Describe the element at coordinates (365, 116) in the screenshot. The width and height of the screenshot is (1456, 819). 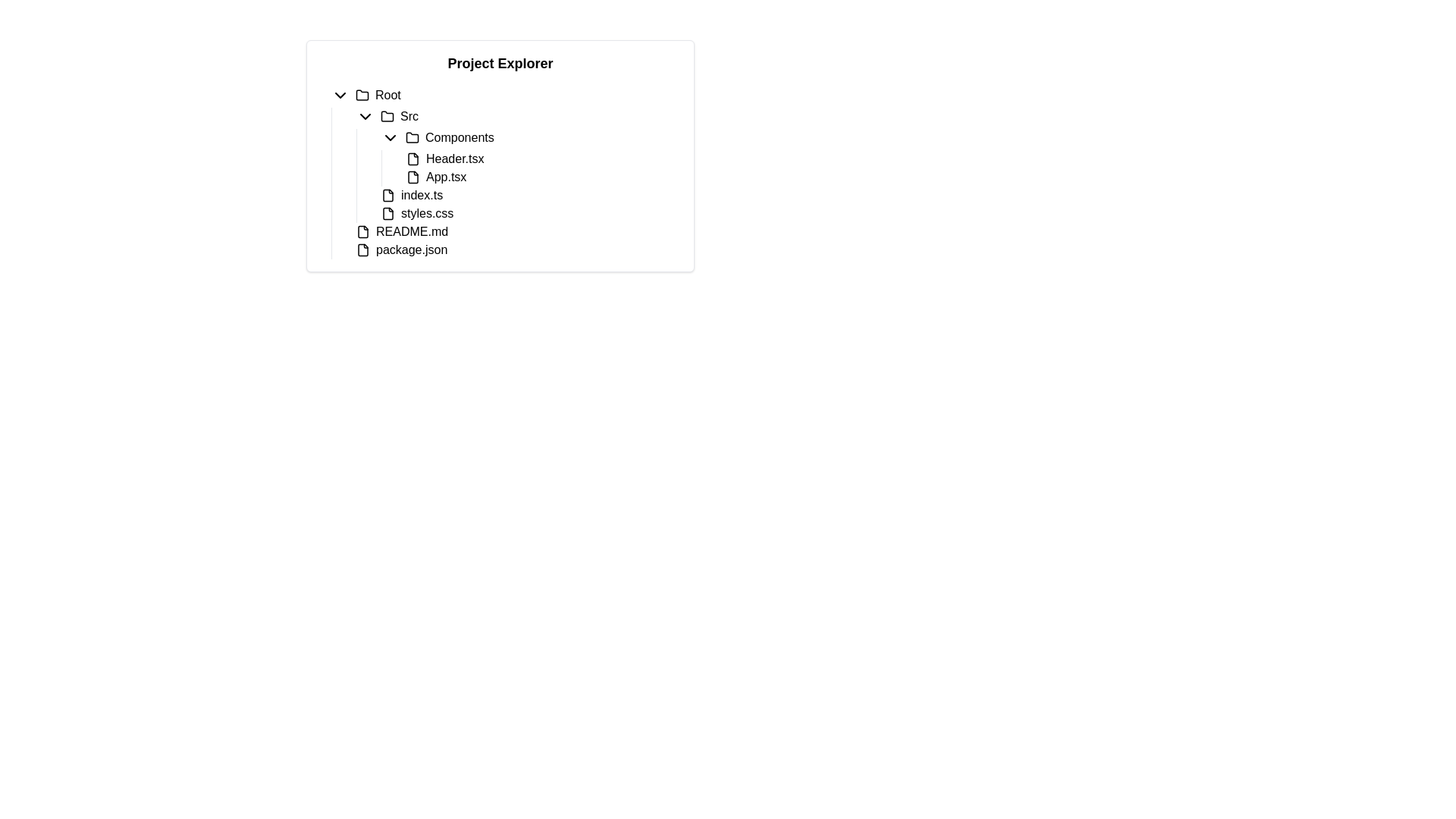
I see `the downward-pointing chevron icon located to the left of the 'Src' folder in the project explorer` at that location.